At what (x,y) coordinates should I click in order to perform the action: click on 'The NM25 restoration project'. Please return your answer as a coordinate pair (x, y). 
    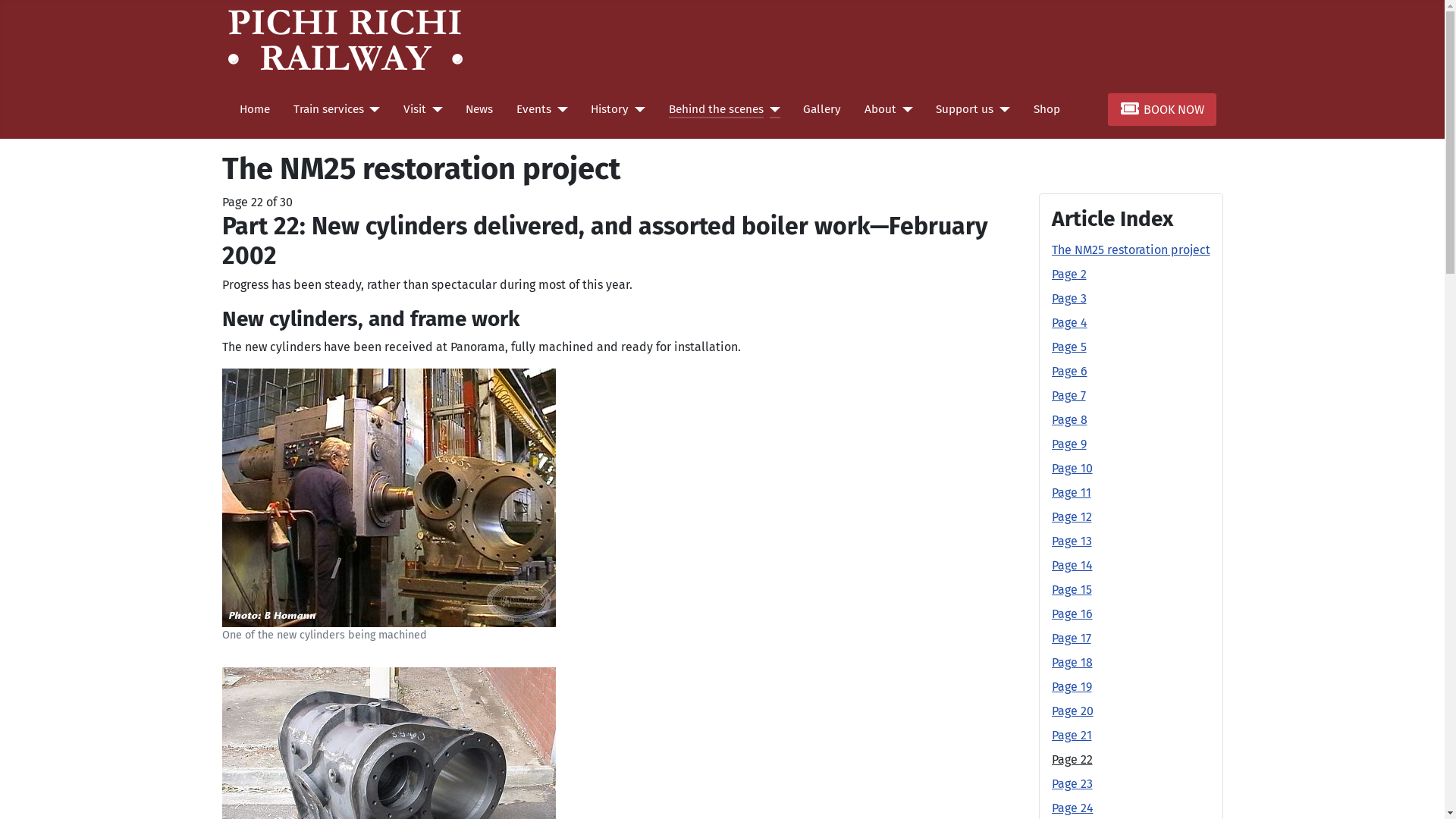
    Looking at the image, I should click on (1130, 249).